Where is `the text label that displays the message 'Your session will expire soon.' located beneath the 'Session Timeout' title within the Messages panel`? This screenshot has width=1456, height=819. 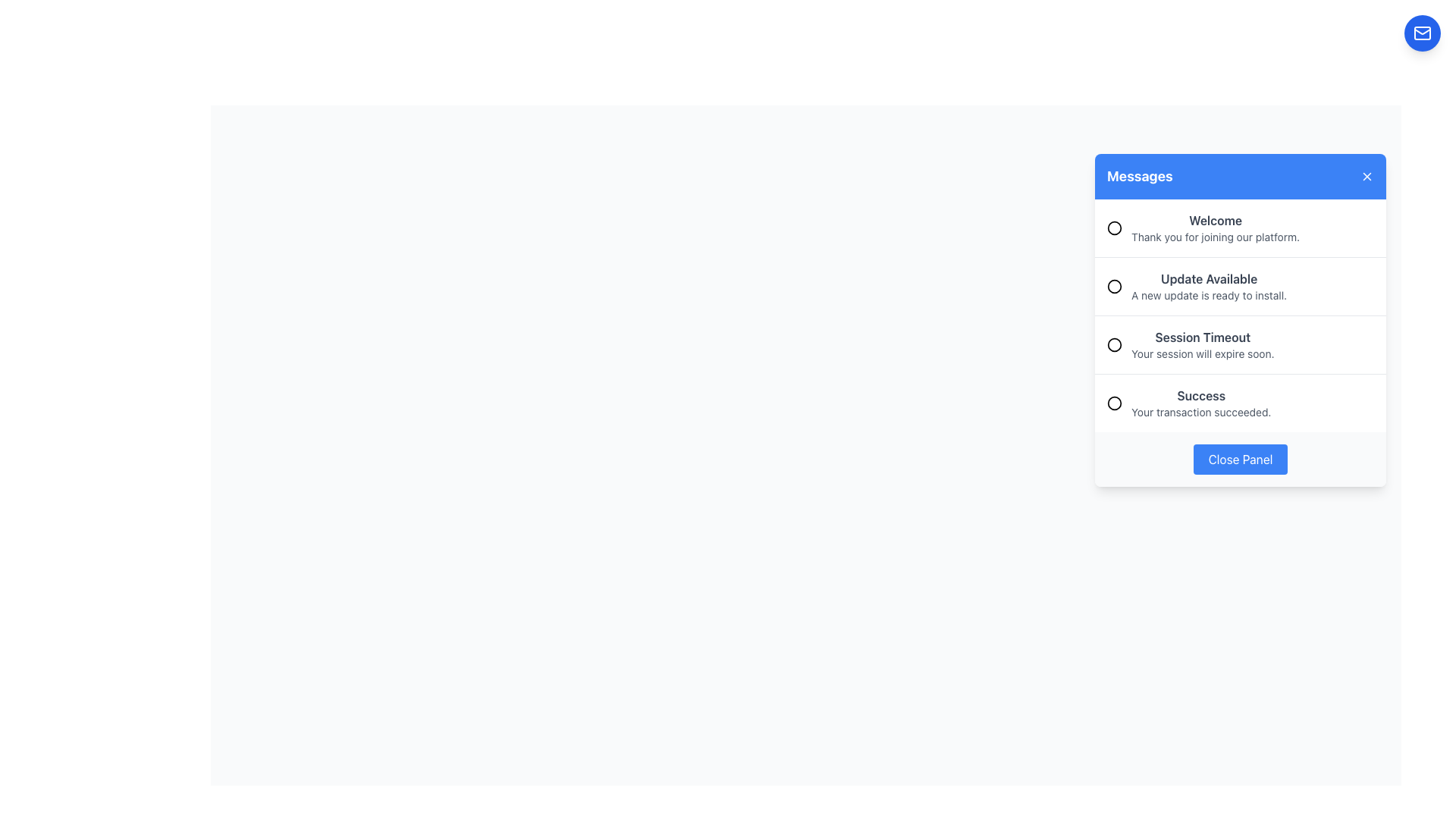
the text label that displays the message 'Your session will expire soon.' located beneath the 'Session Timeout' title within the Messages panel is located at coordinates (1202, 353).